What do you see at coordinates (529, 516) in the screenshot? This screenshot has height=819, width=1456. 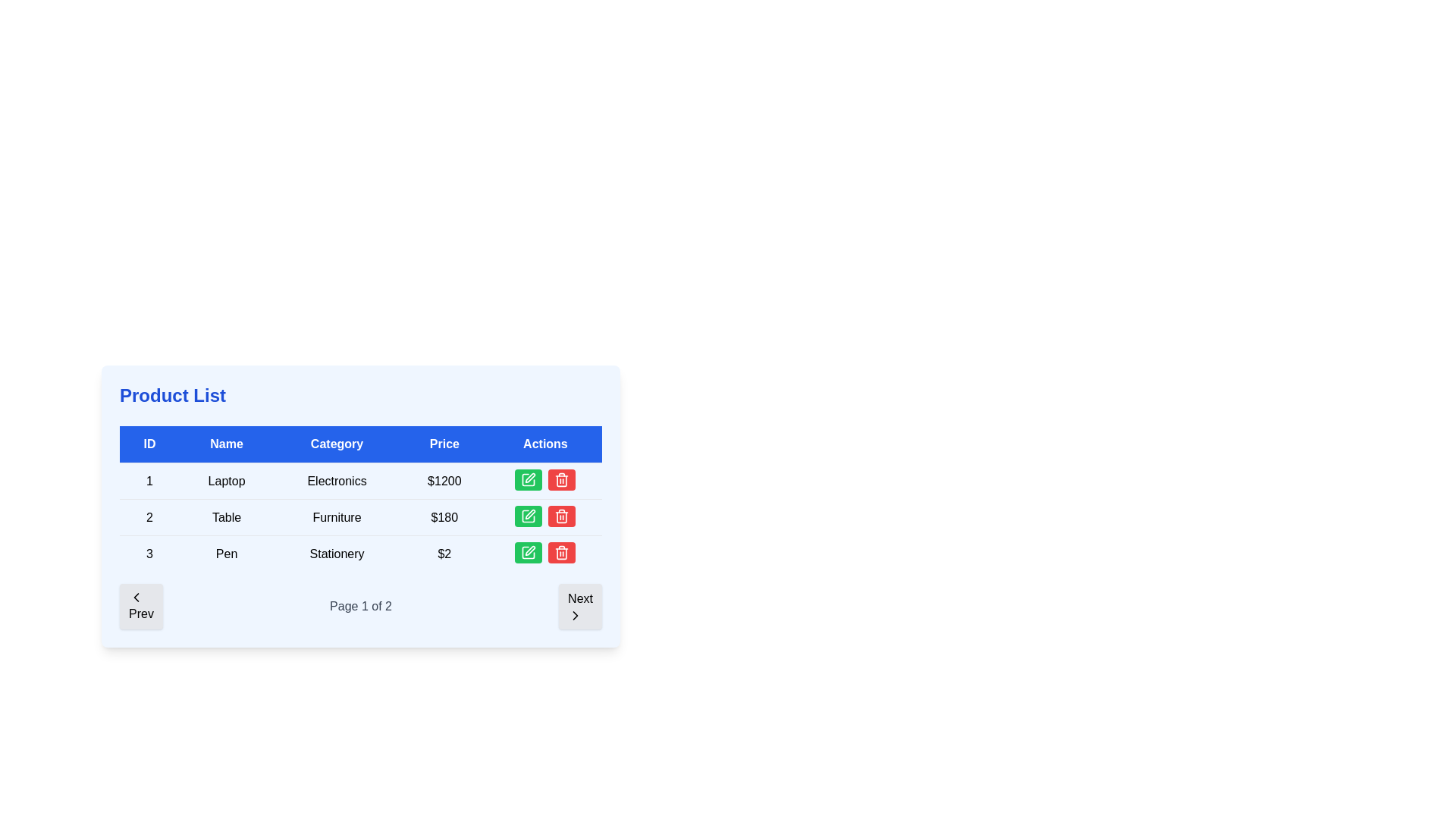 I see `the edit button located in the 'Actions' column of the second row of the table to change its appearance` at bounding box center [529, 516].